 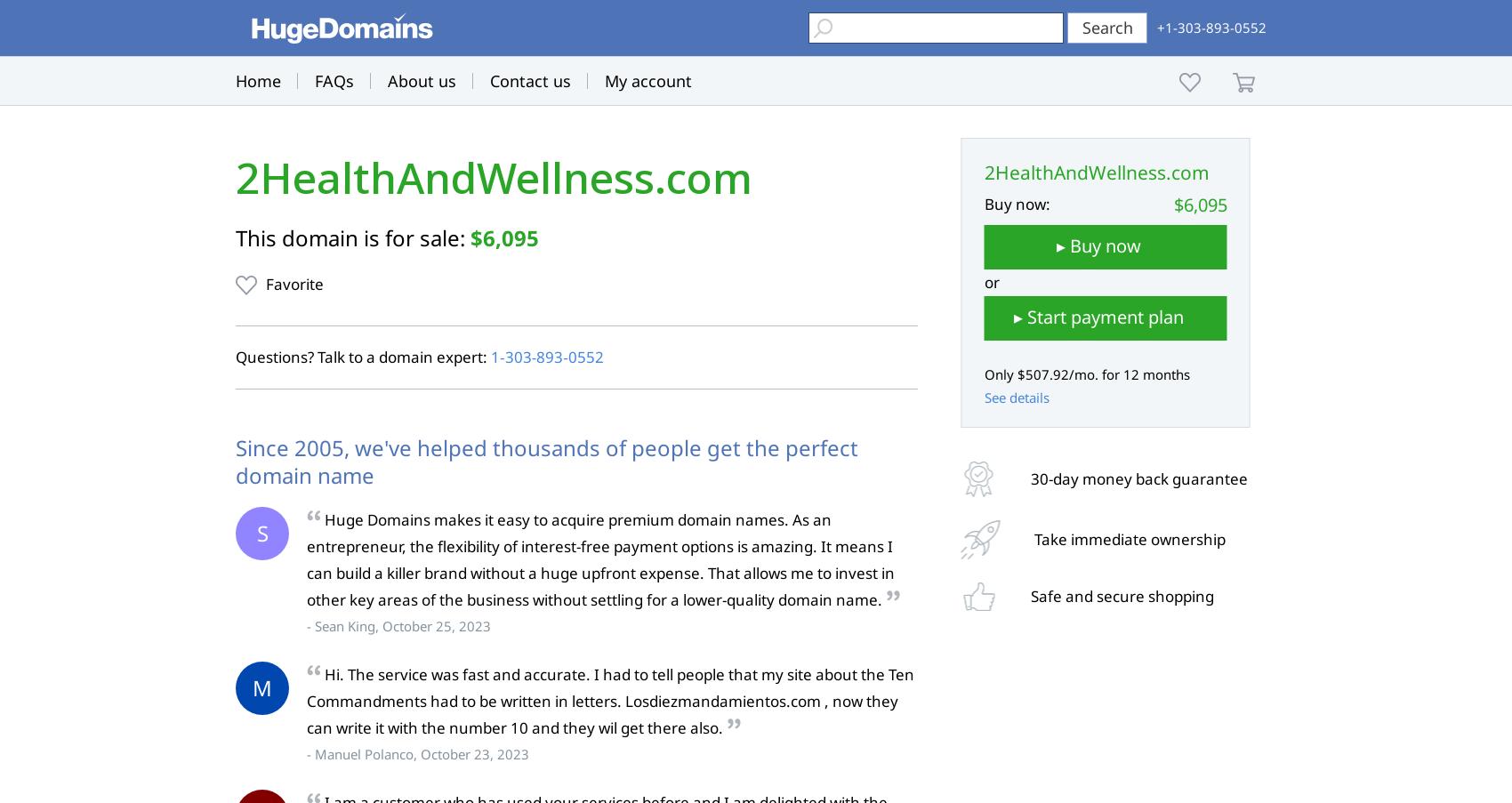 What do you see at coordinates (334, 81) in the screenshot?
I see `'FAQs'` at bounding box center [334, 81].